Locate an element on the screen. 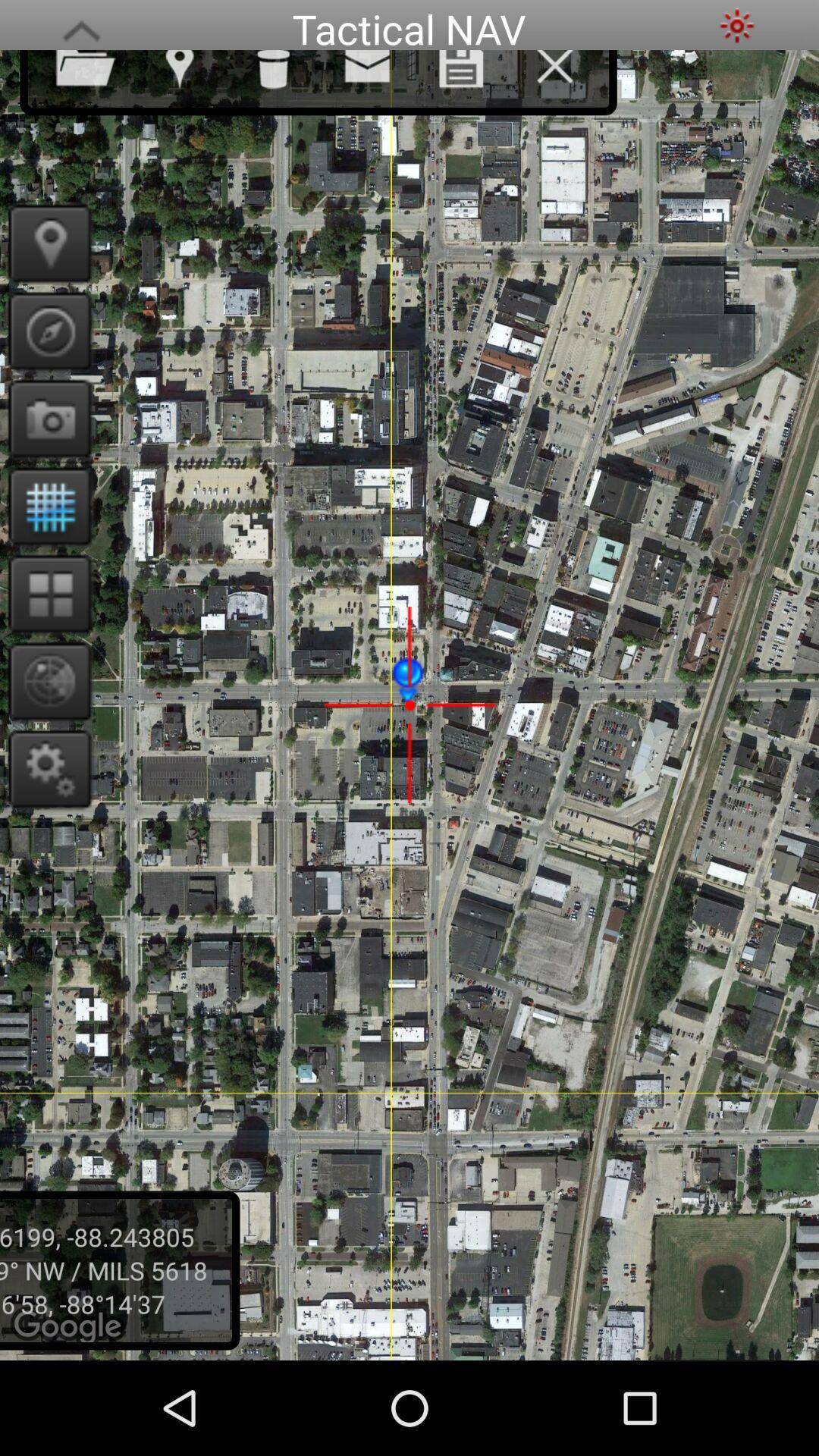 This screenshot has height=1456, width=819. orientation scale is located at coordinates (44, 330).